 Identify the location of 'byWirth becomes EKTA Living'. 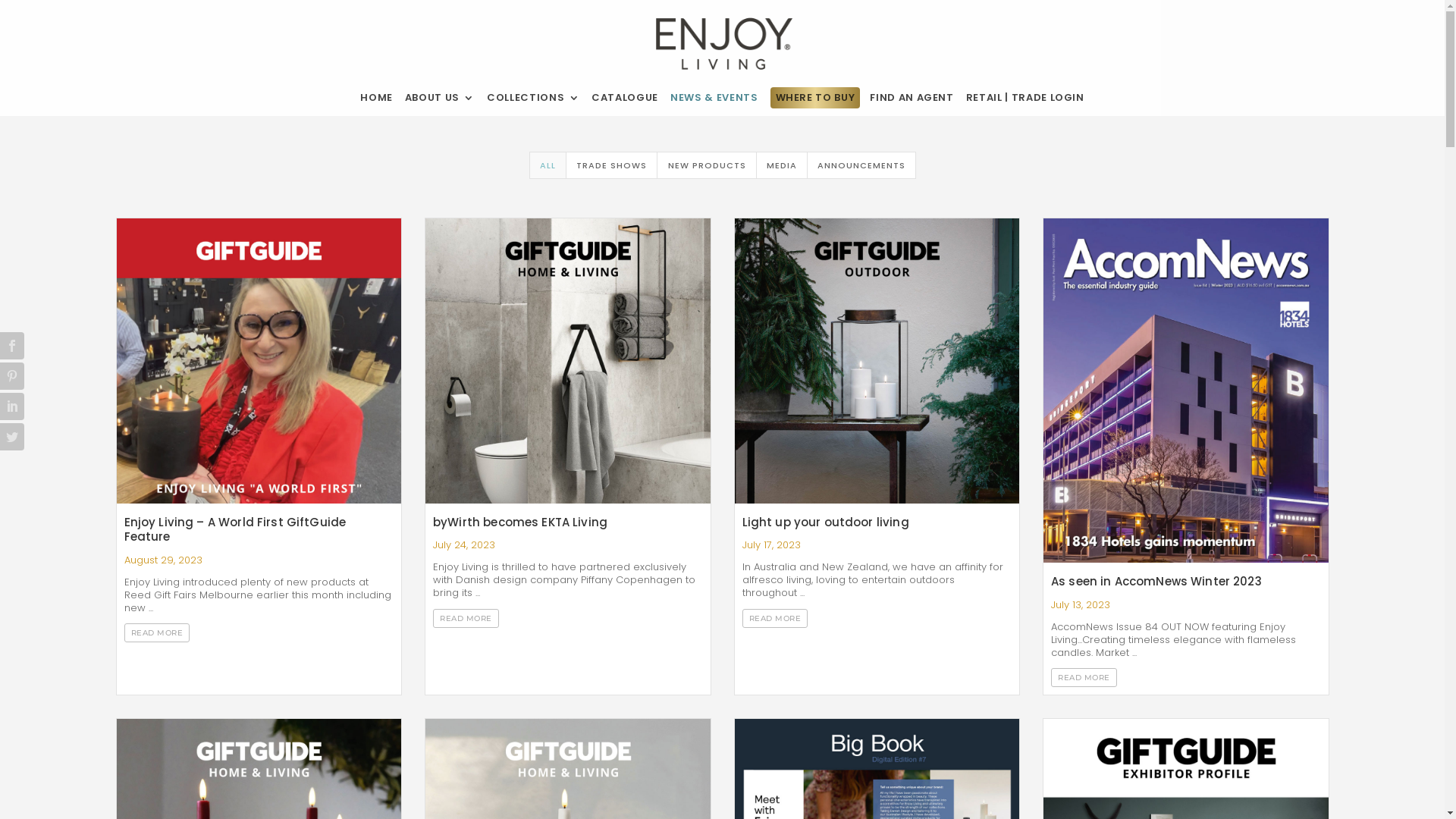
(520, 521).